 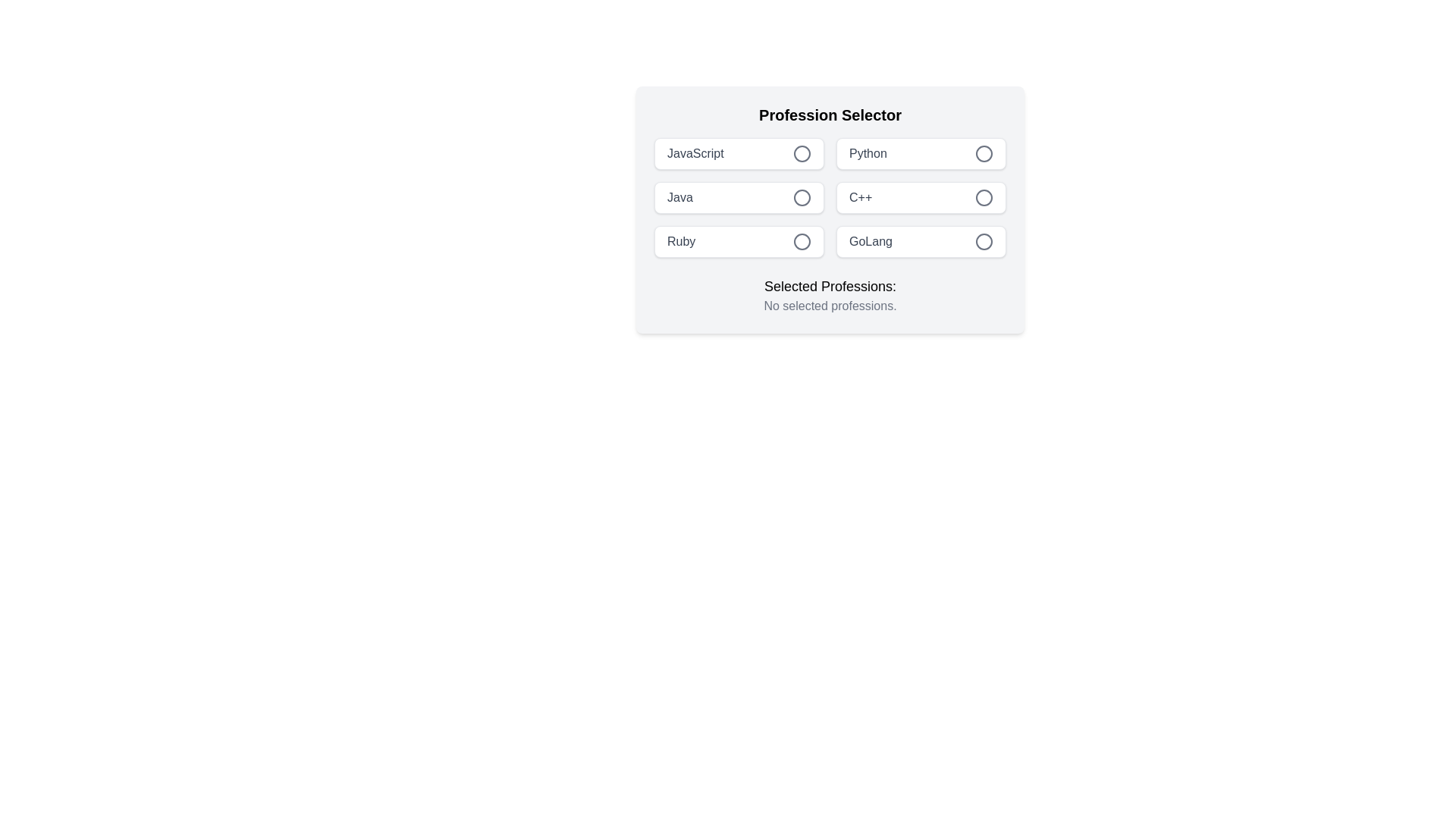 What do you see at coordinates (984, 241) in the screenshot?
I see `the radio button indicator (circle) for the 'GoLang' option in the 'Profession Selector' interface to enable keyboard selection` at bounding box center [984, 241].